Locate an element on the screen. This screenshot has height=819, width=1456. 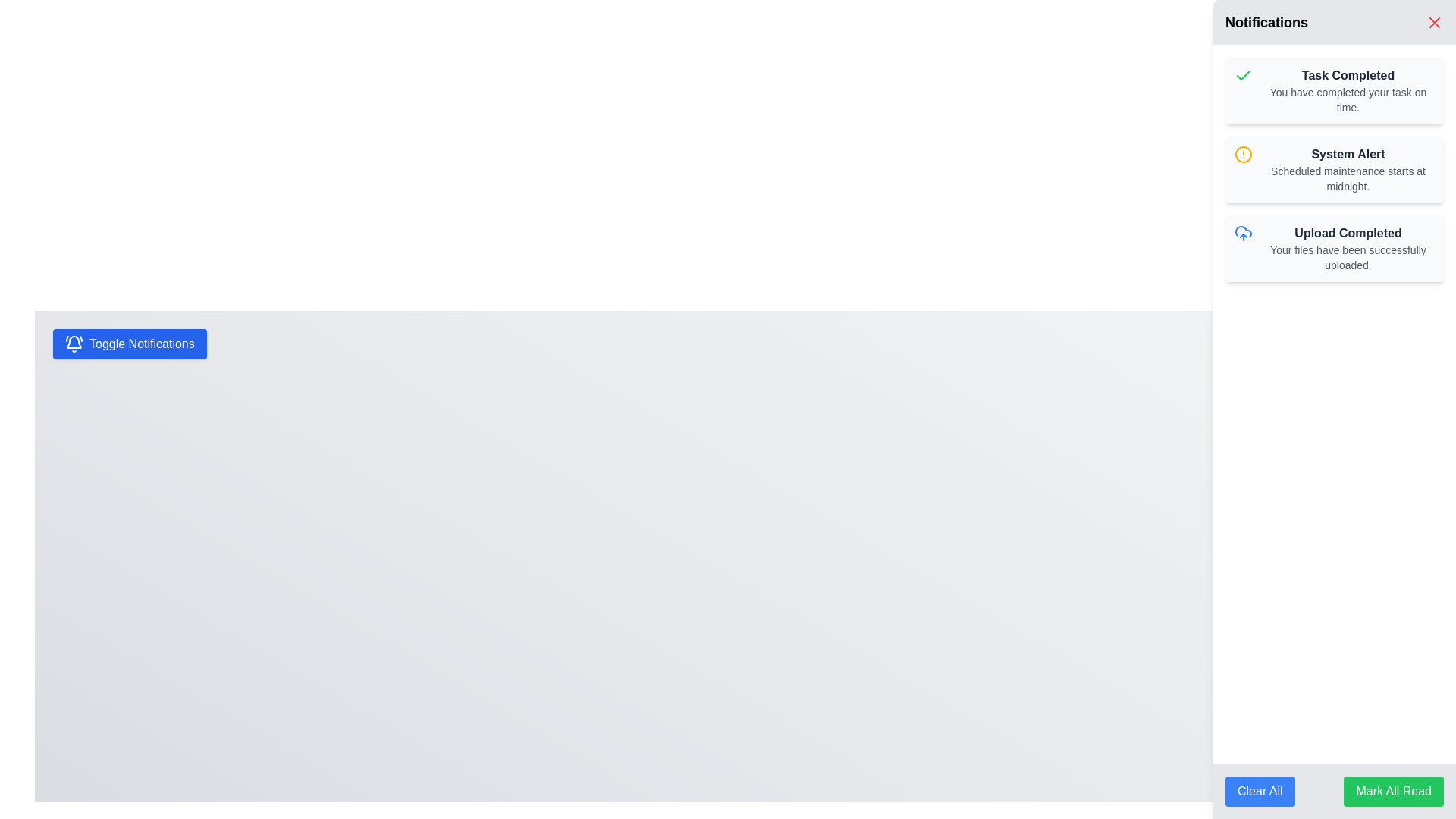
bold text 'Upload Completed' displayed prominently in a dark gray notification card located at the top of the content area of a vertical notification list is located at coordinates (1348, 234).